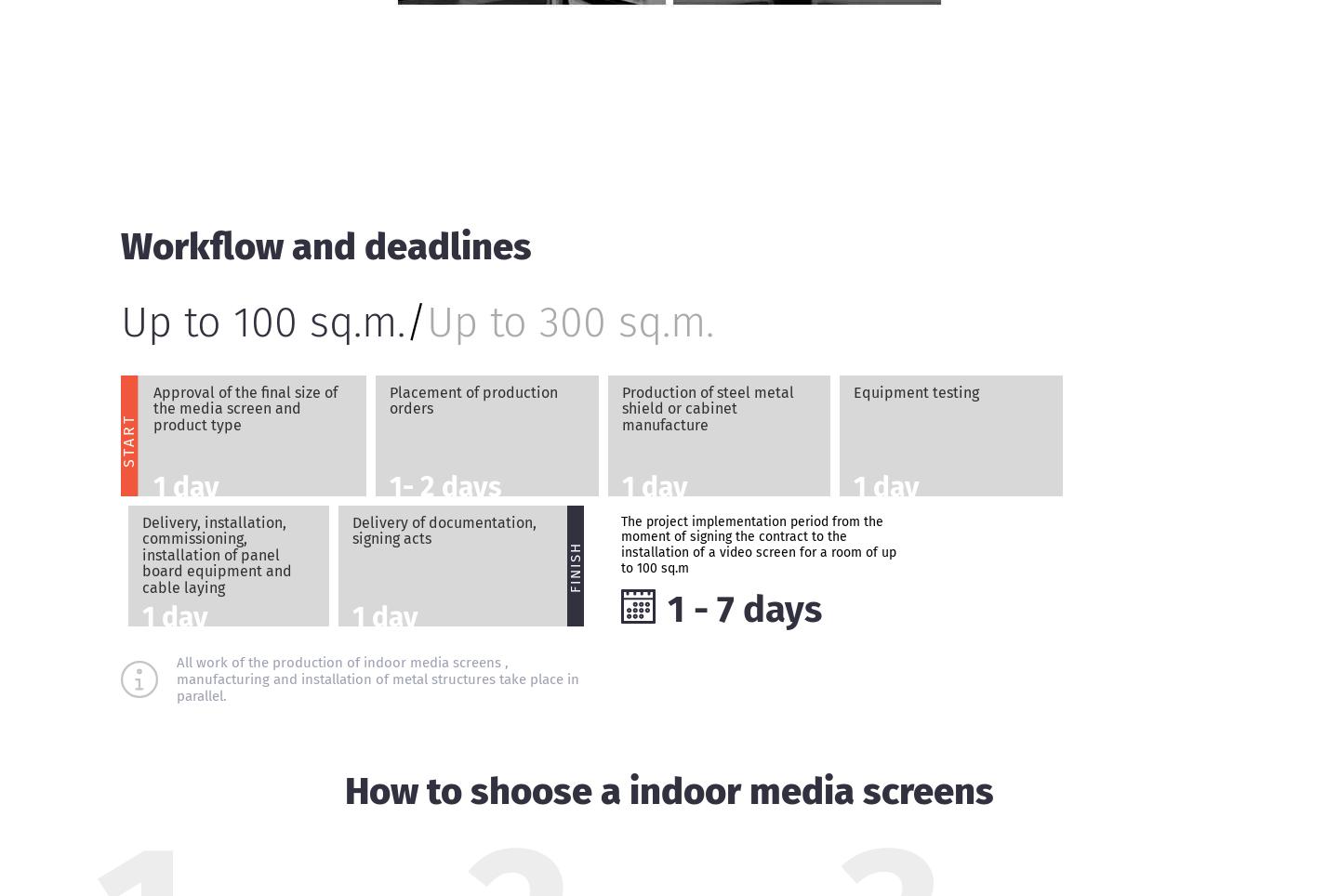 The image size is (1339, 896). What do you see at coordinates (666, 608) in the screenshot?
I see `'1 - 7 days'` at bounding box center [666, 608].